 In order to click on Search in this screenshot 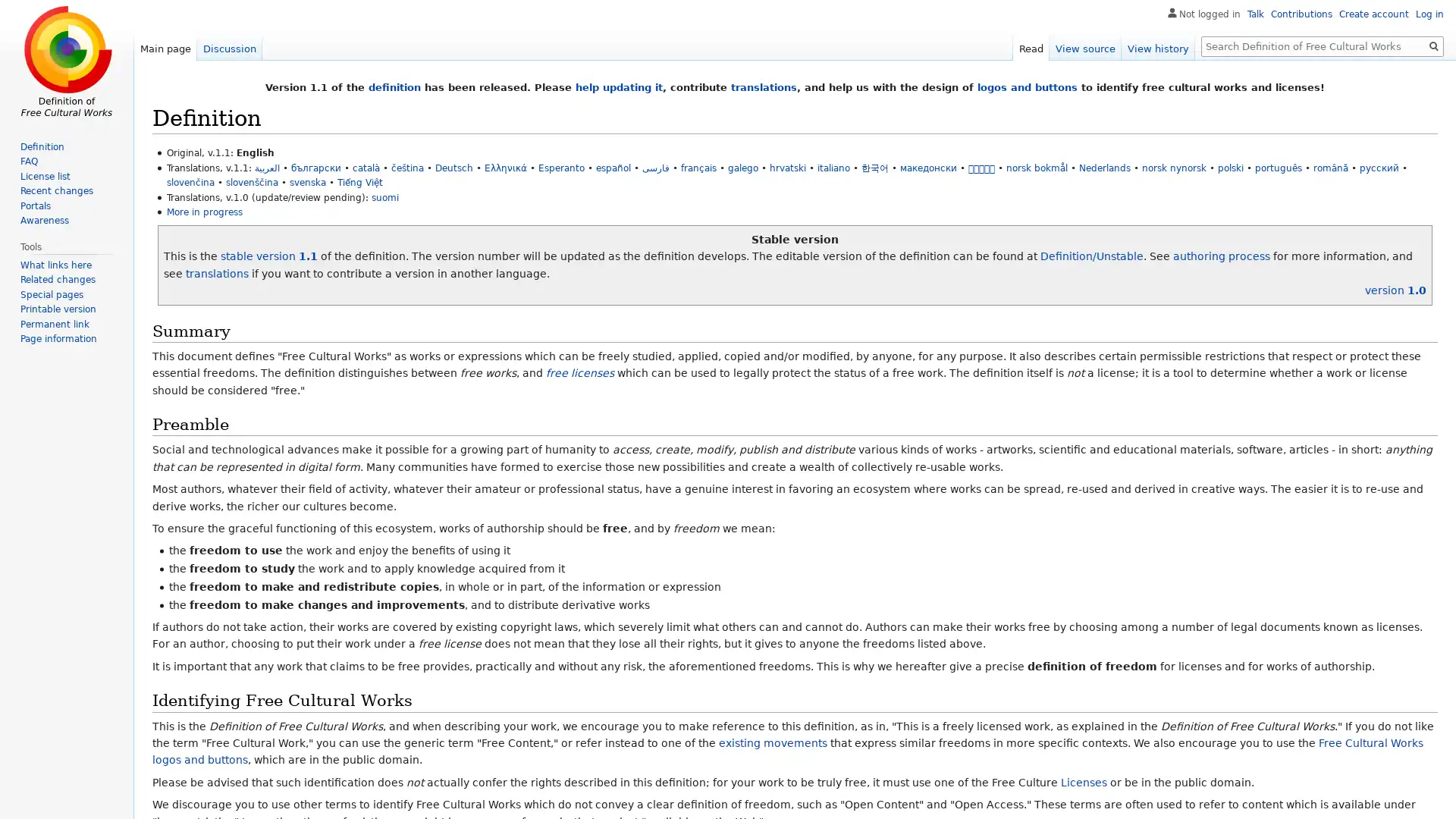, I will do `click(1433, 45)`.